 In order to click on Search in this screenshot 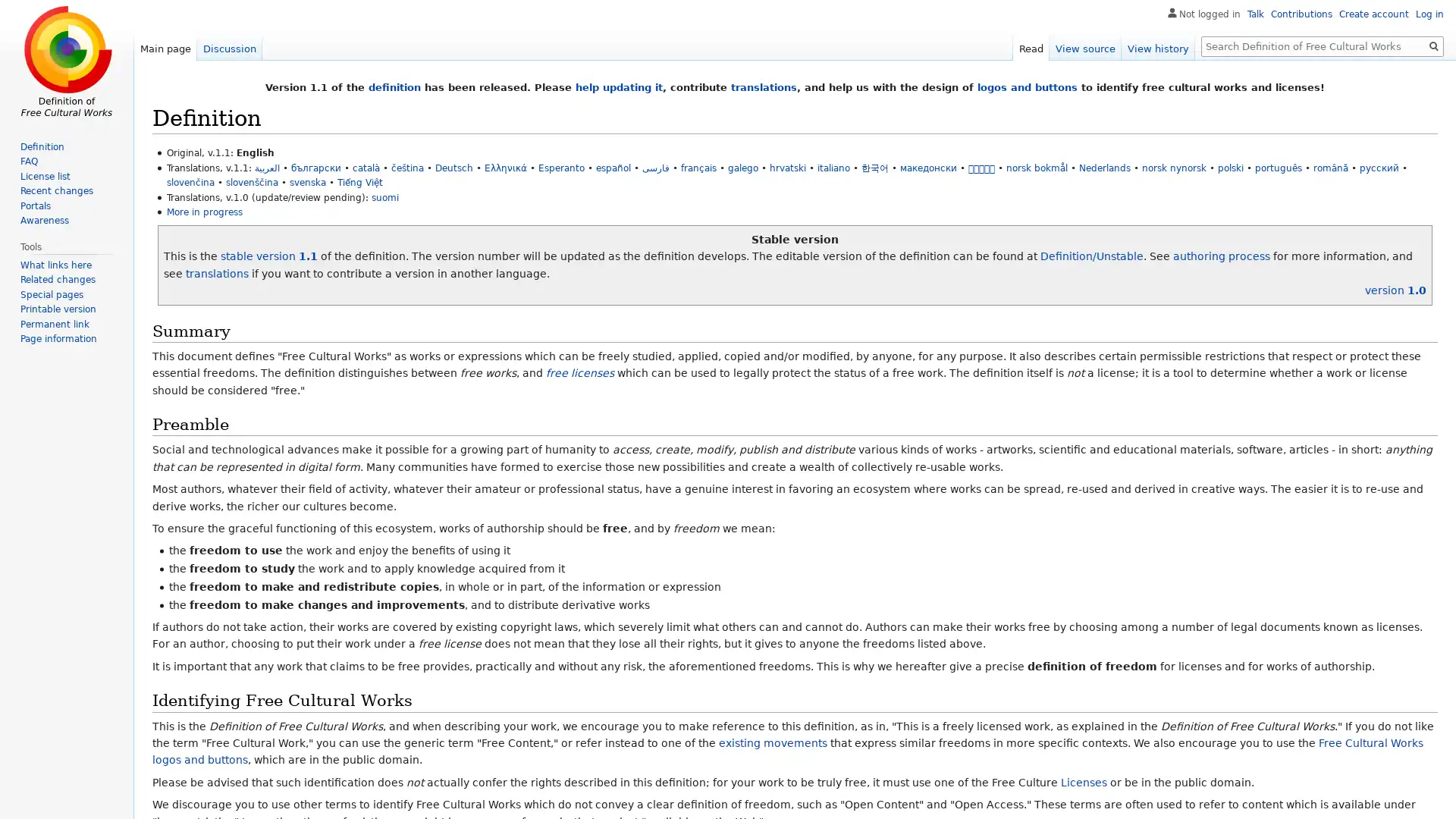, I will do `click(1433, 45)`.